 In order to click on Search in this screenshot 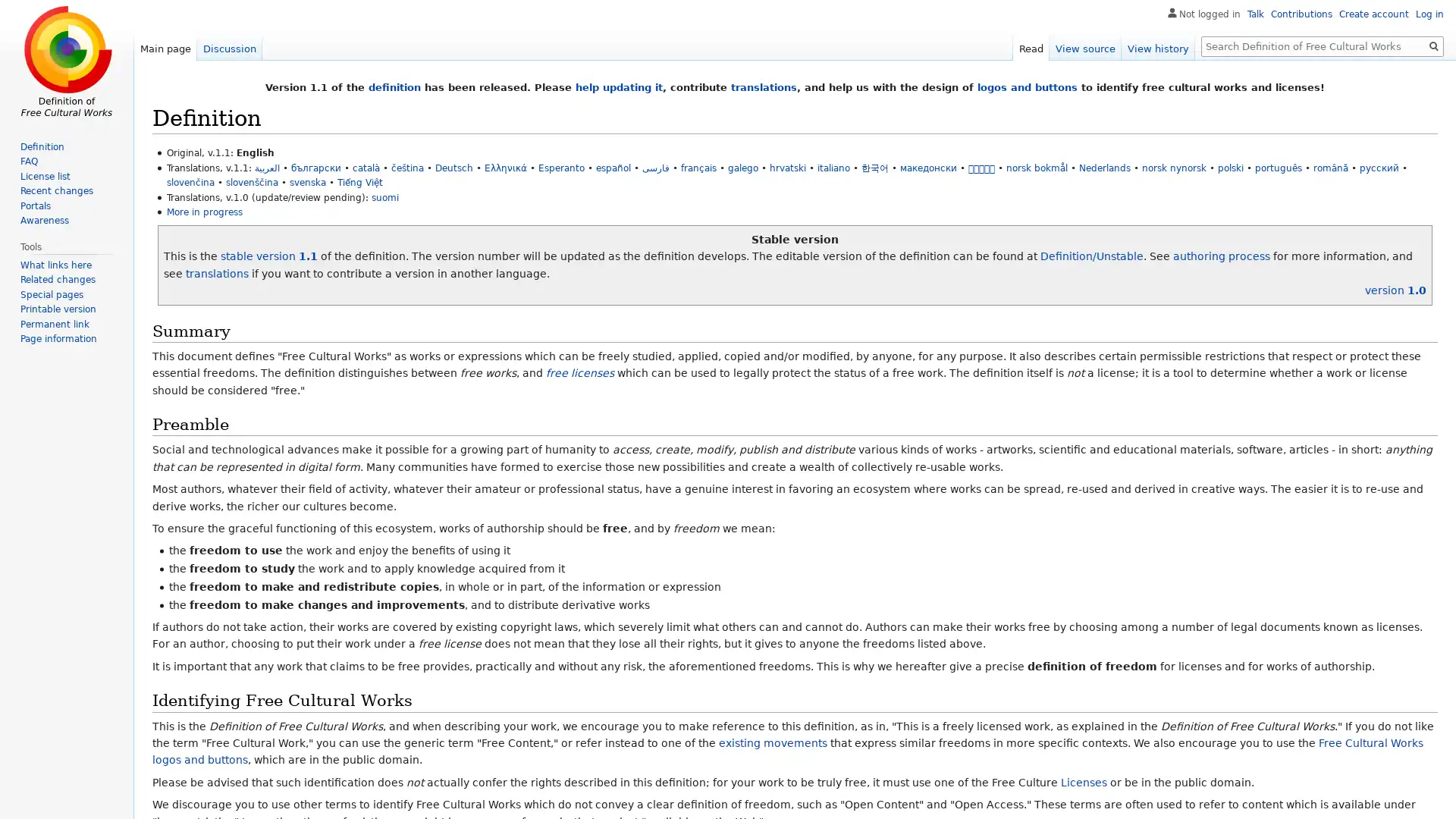, I will do `click(1433, 45)`.